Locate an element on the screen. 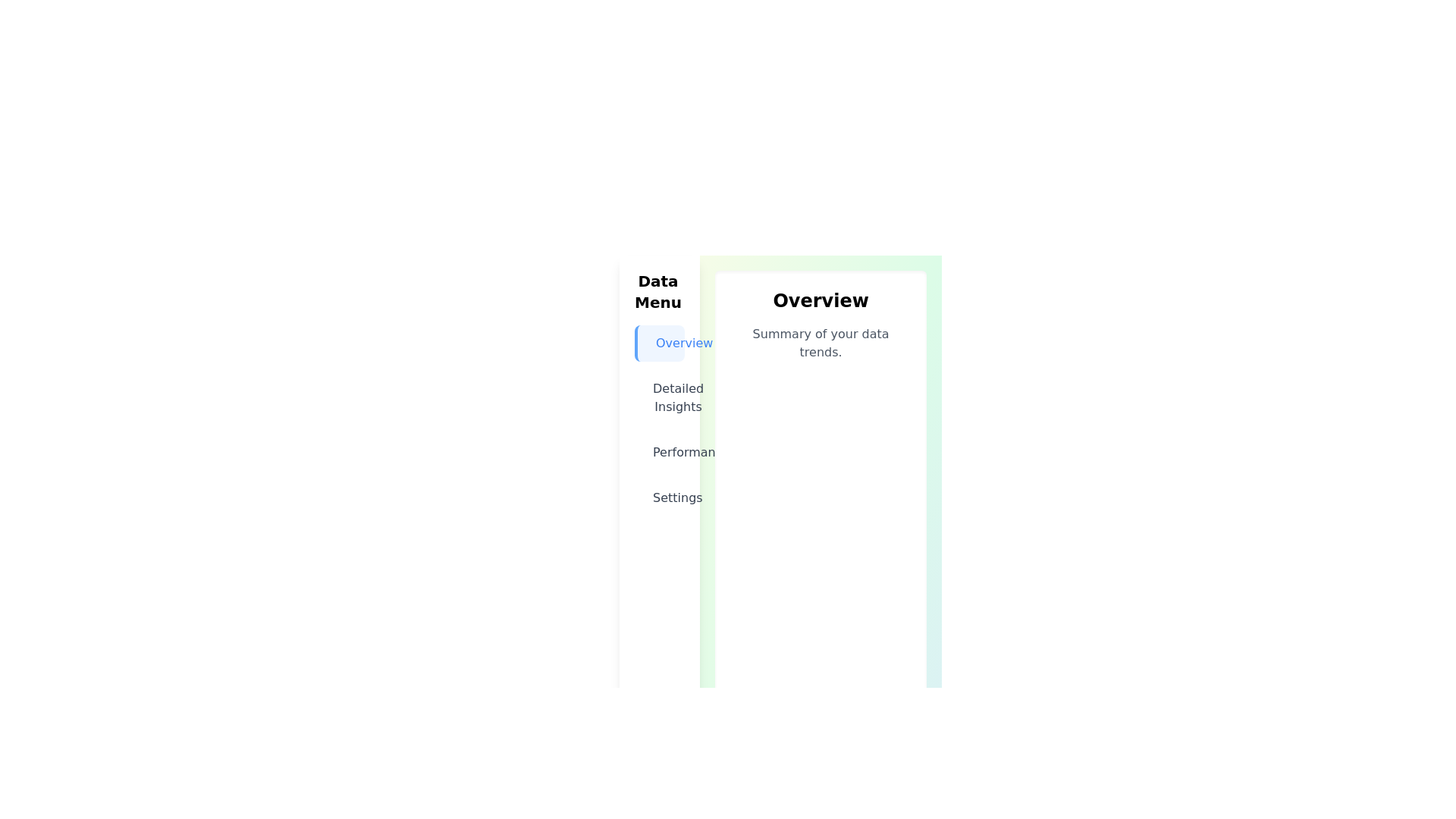  the menu item labeled Settings is located at coordinates (660, 497).